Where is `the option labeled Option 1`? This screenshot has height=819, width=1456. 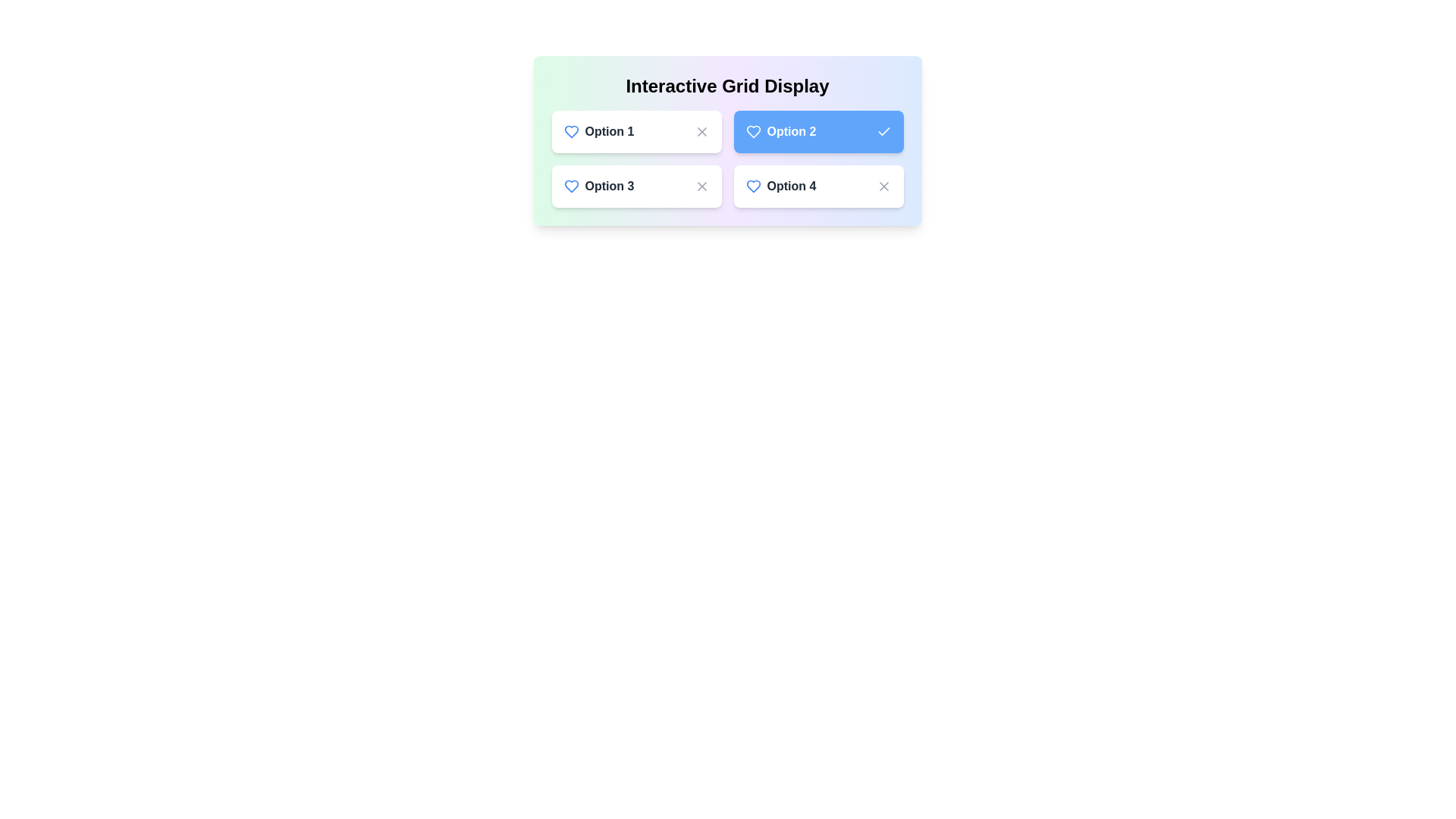
the option labeled Option 1 is located at coordinates (636, 130).